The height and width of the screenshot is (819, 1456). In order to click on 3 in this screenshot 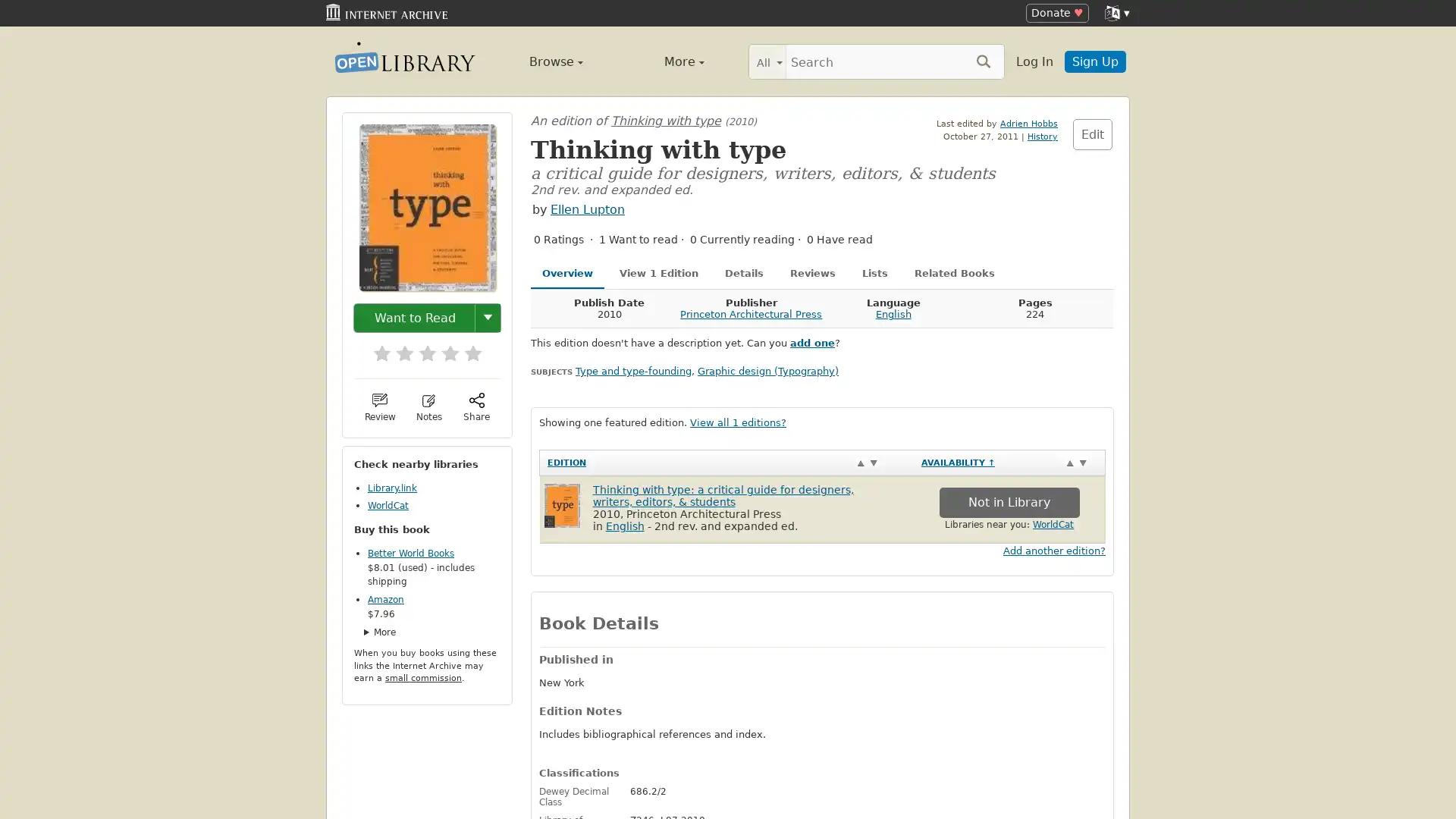, I will do `click(419, 348)`.